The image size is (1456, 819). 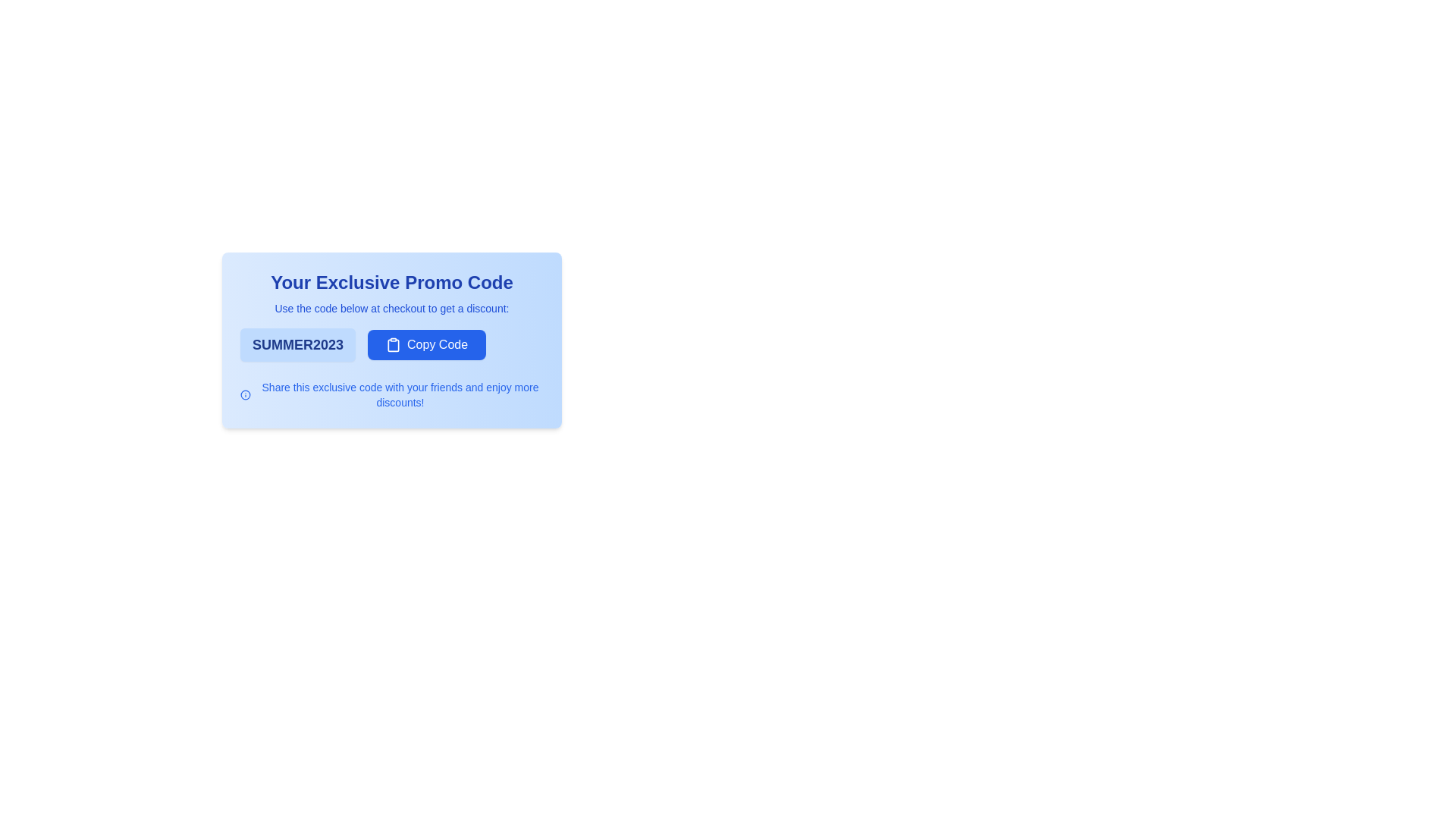 What do you see at coordinates (392, 345) in the screenshot?
I see `the 'Copy Promo Code' button located to the right of the 'SUMMER2023' banner within the blue promo card titled 'Your Exclusive Promo Code'` at bounding box center [392, 345].